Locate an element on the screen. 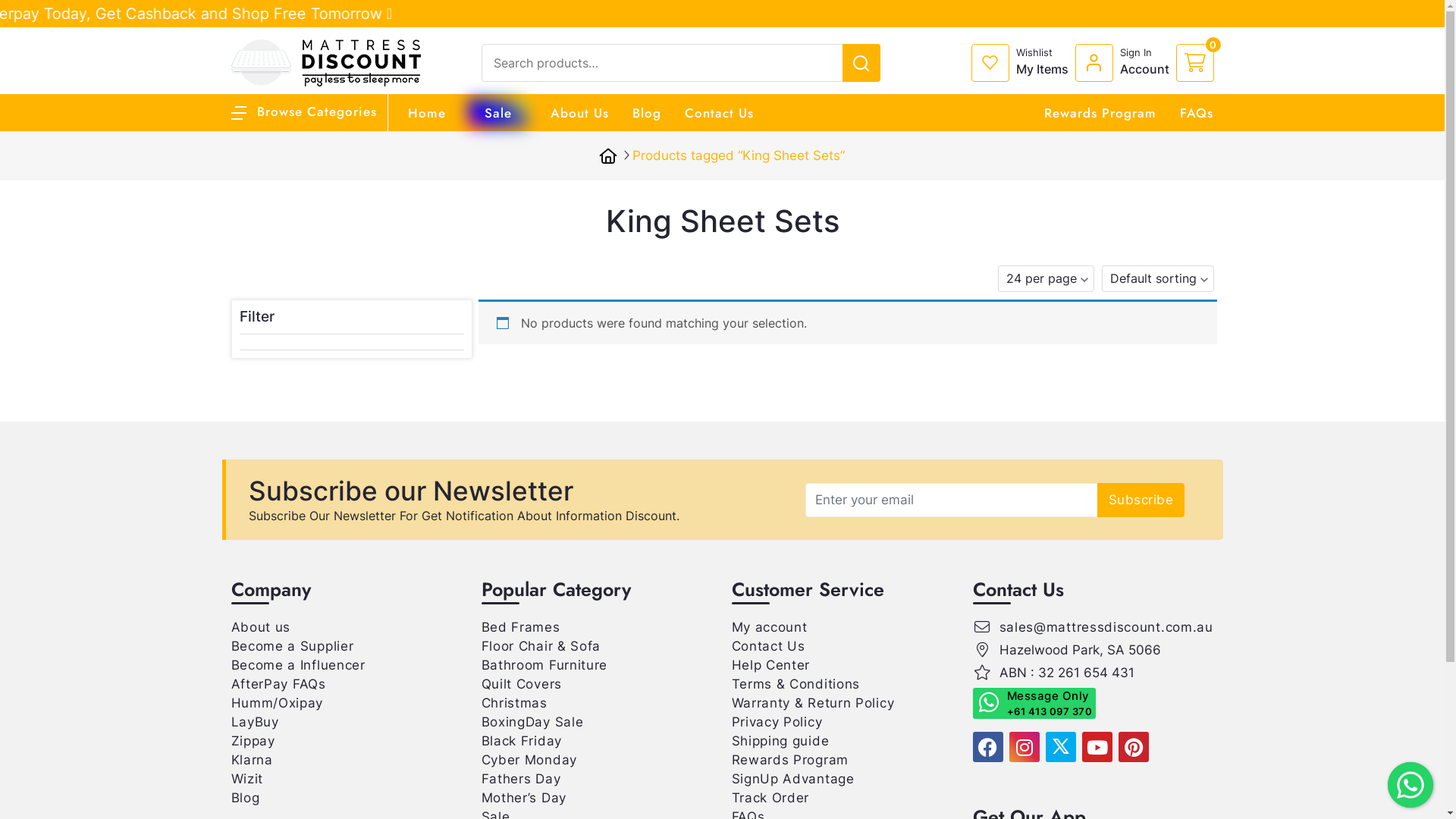 The width and height of the screenshot is (1456, 819). 'facebook' is located at coordinates (987, 745).